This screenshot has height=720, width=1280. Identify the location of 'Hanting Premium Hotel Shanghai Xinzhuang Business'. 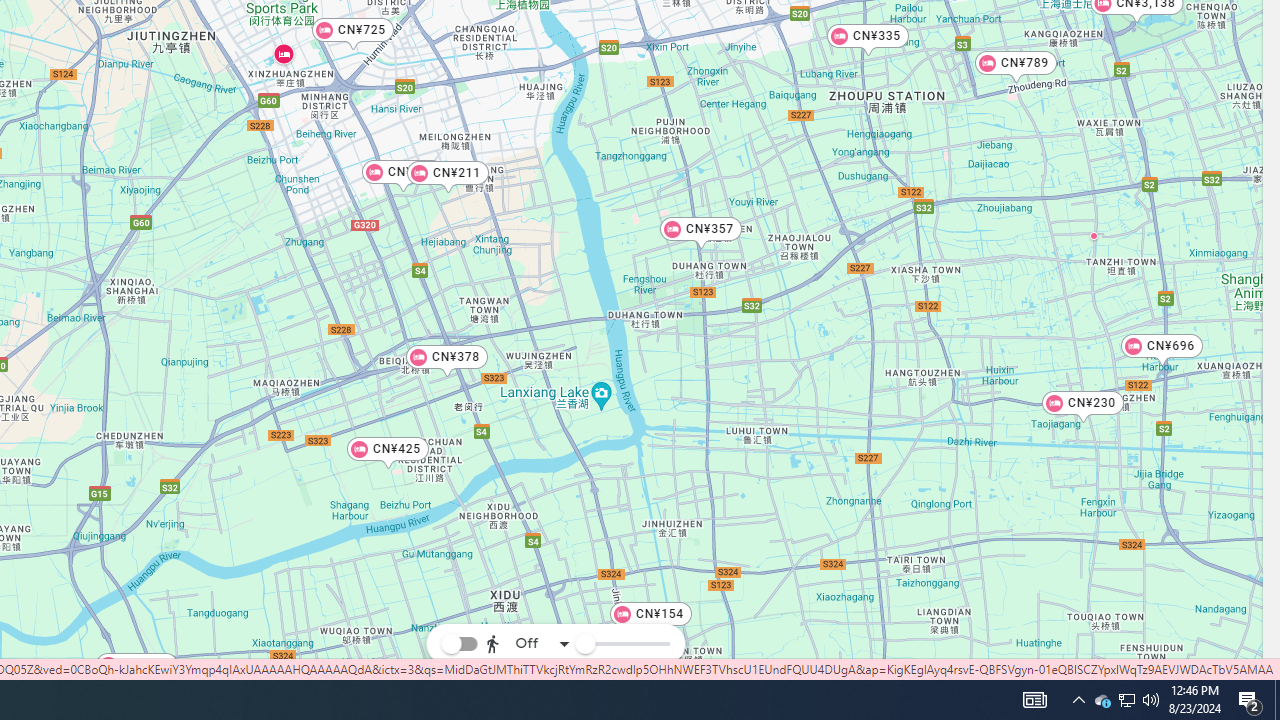
(282, 52).